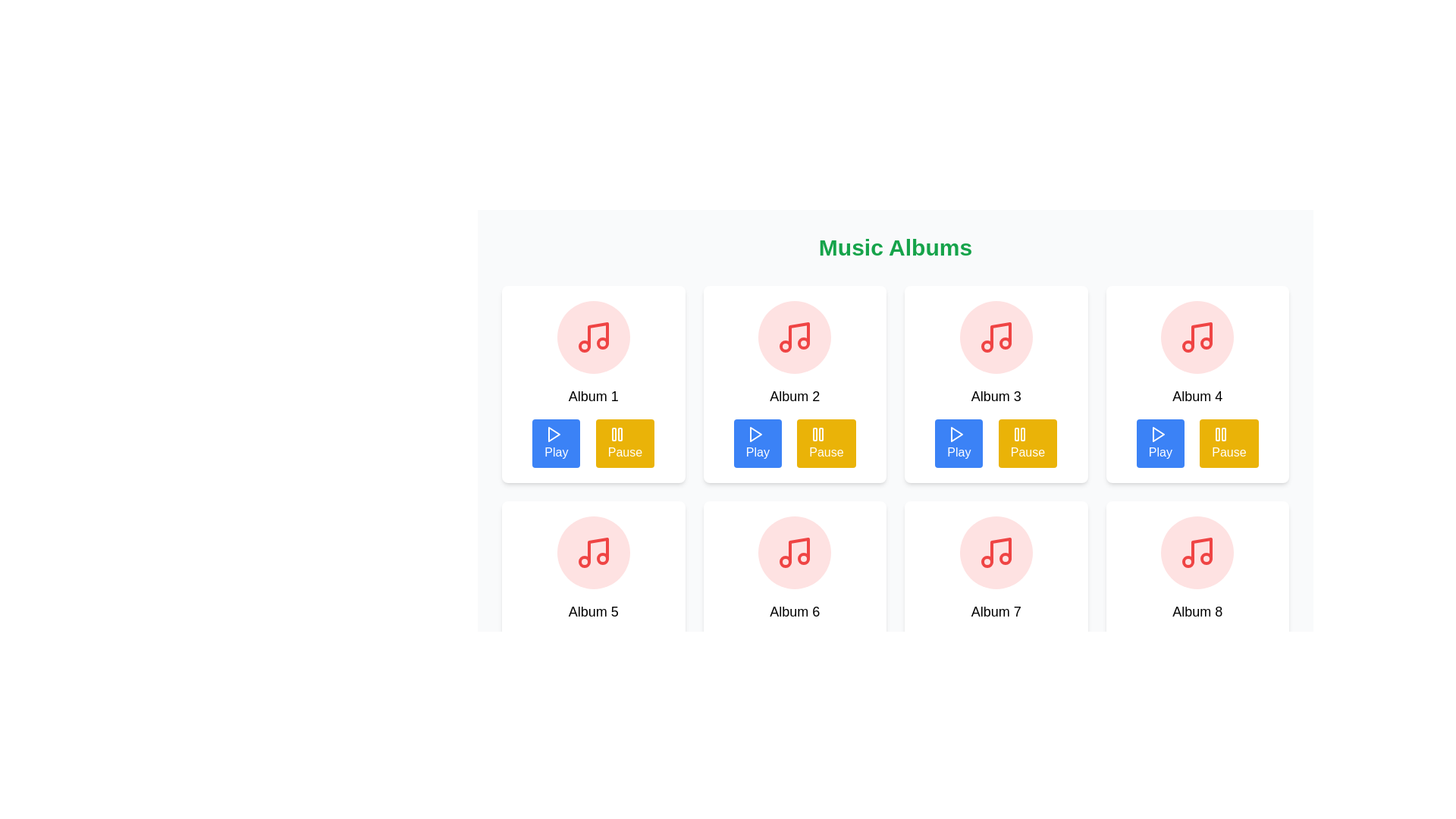  Describe the element at coordinates (1201, 334) in the screenshot. I see `the vertical stem of the music note icon located at the center-top of the 'Album 4' card` at that location.